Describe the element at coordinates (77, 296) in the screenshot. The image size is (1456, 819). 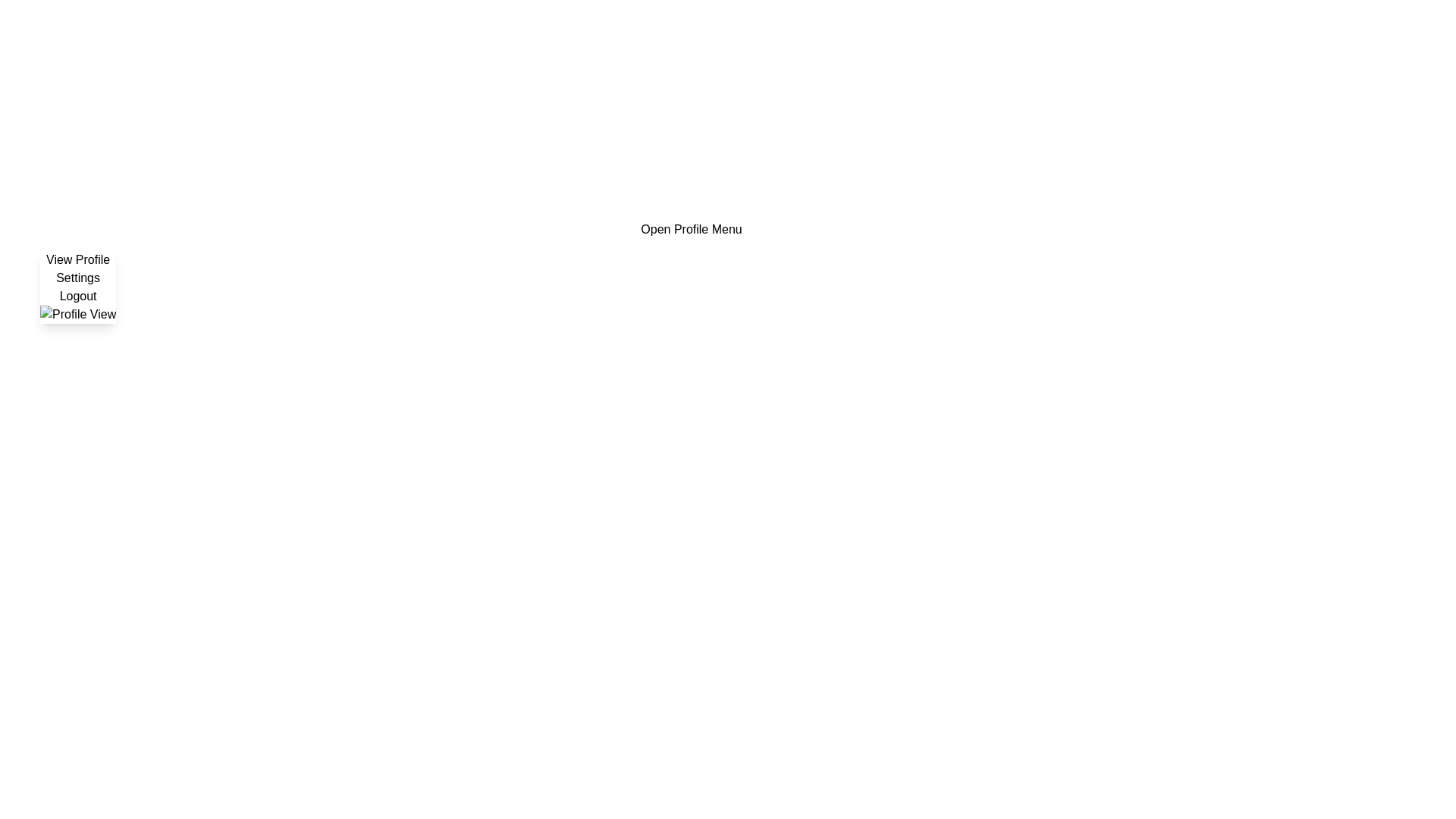
I see `the 'Logout' menu item` at that location.